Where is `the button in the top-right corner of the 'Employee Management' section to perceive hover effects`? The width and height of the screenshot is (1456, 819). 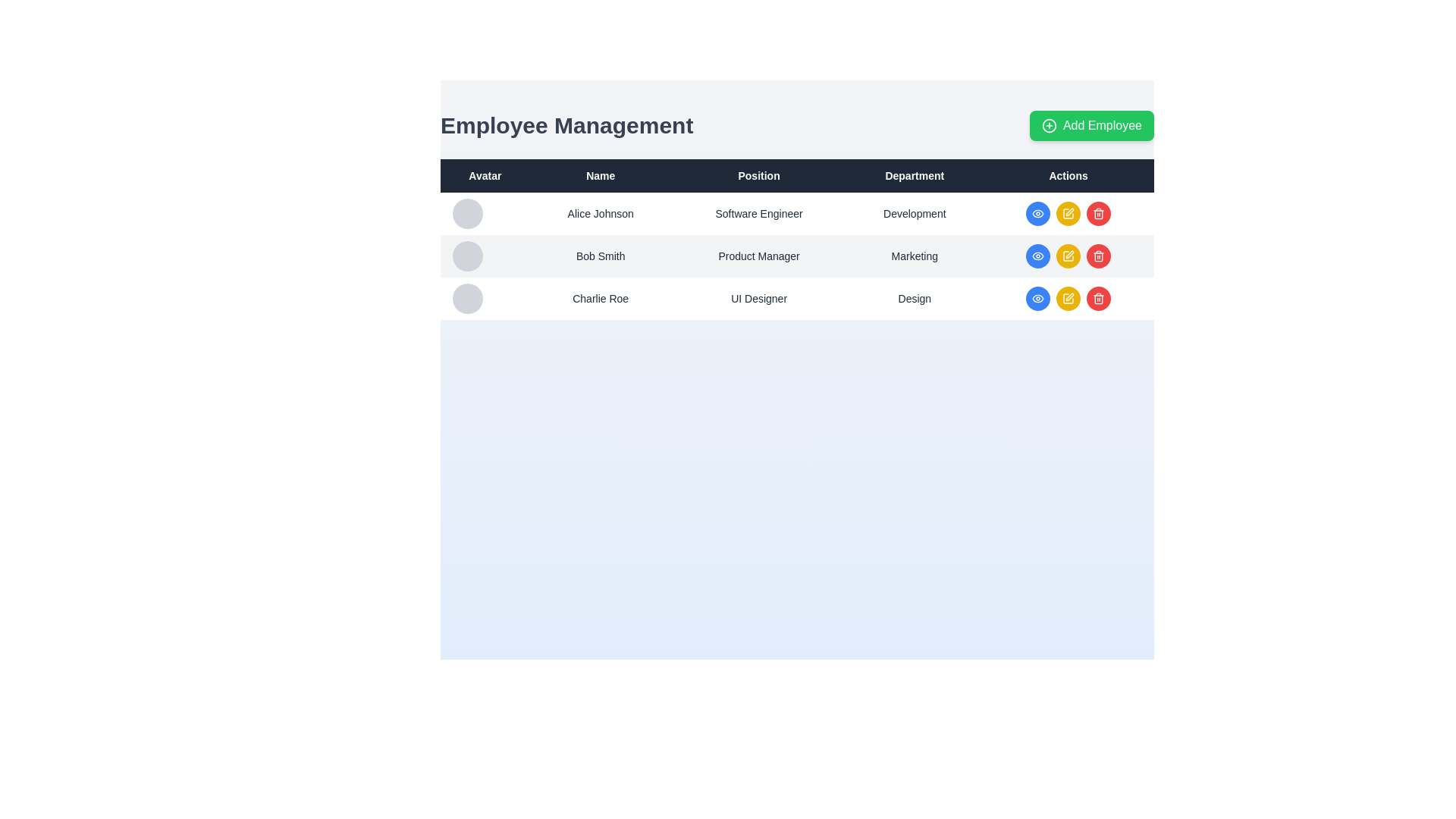 the button in the top-right corner of the 'Employee Management' section to perceive hover effects is located at coordinates (1092, 124).